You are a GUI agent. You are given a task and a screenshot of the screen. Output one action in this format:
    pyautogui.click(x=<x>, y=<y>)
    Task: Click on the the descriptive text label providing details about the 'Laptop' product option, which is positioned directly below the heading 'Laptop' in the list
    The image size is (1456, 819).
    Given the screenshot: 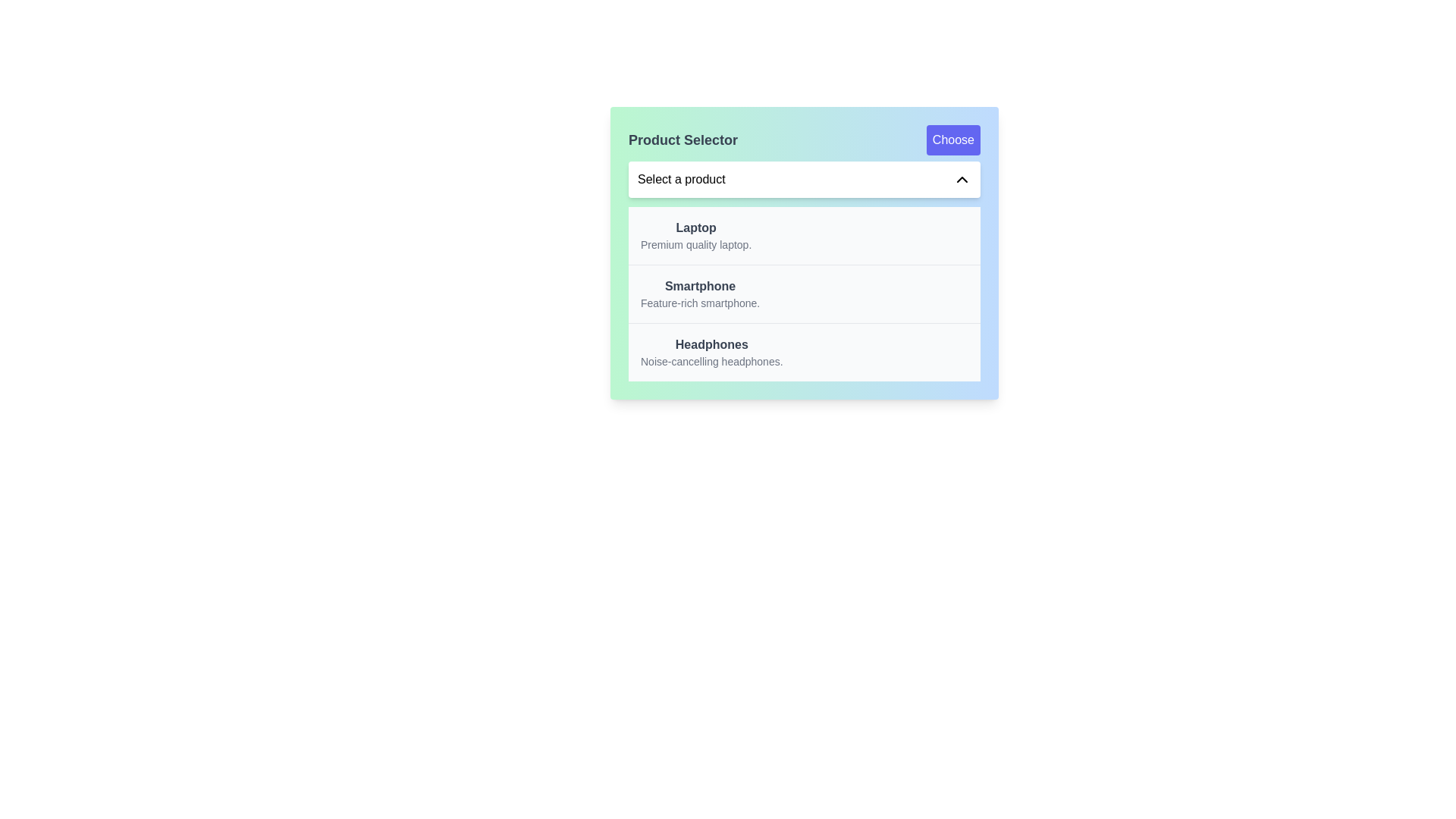 What is the action you would take?
    pyautogui.click(x=695, y=244)
    